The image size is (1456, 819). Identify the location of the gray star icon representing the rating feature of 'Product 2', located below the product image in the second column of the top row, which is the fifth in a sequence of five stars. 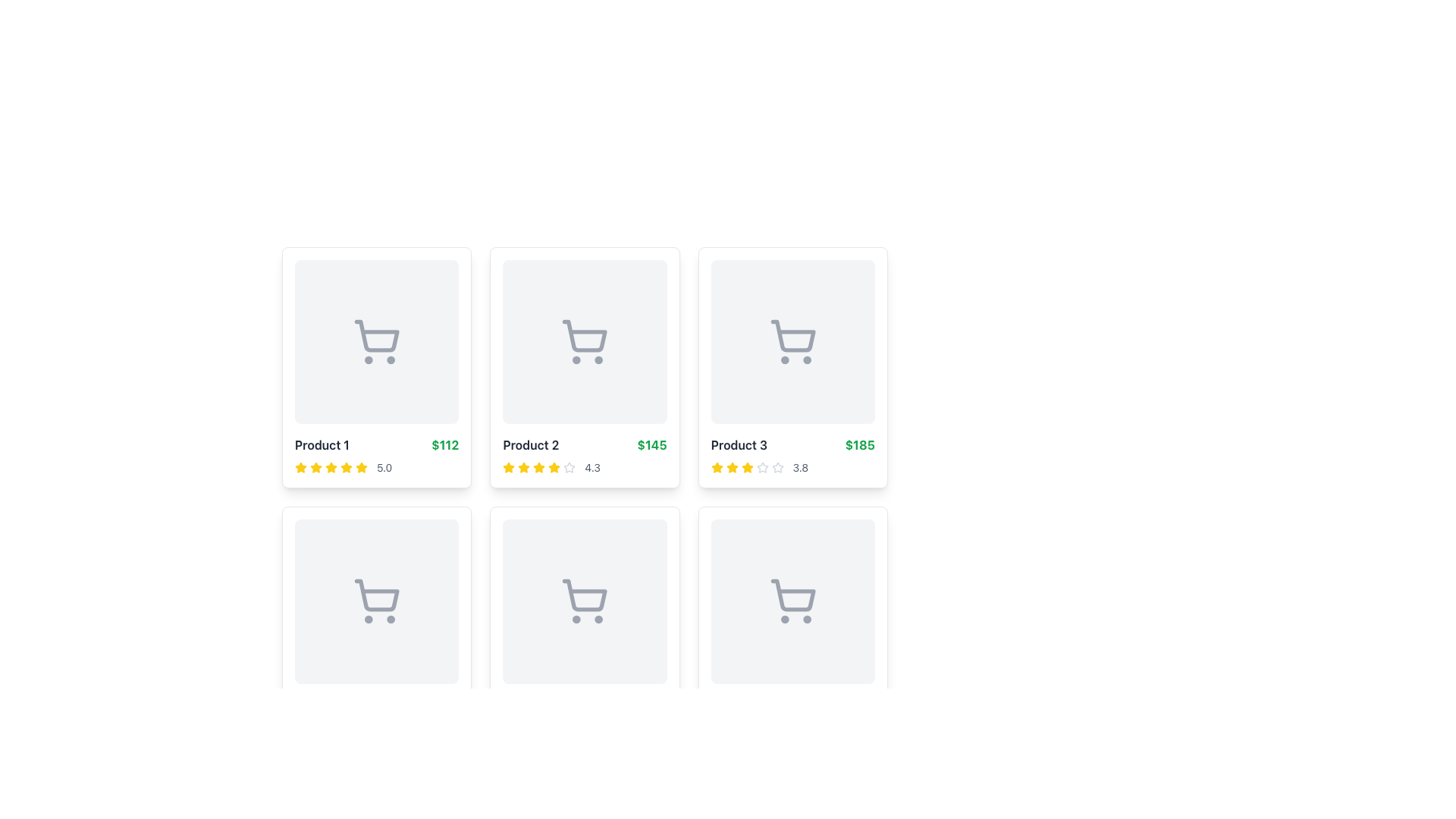
(569, 467).